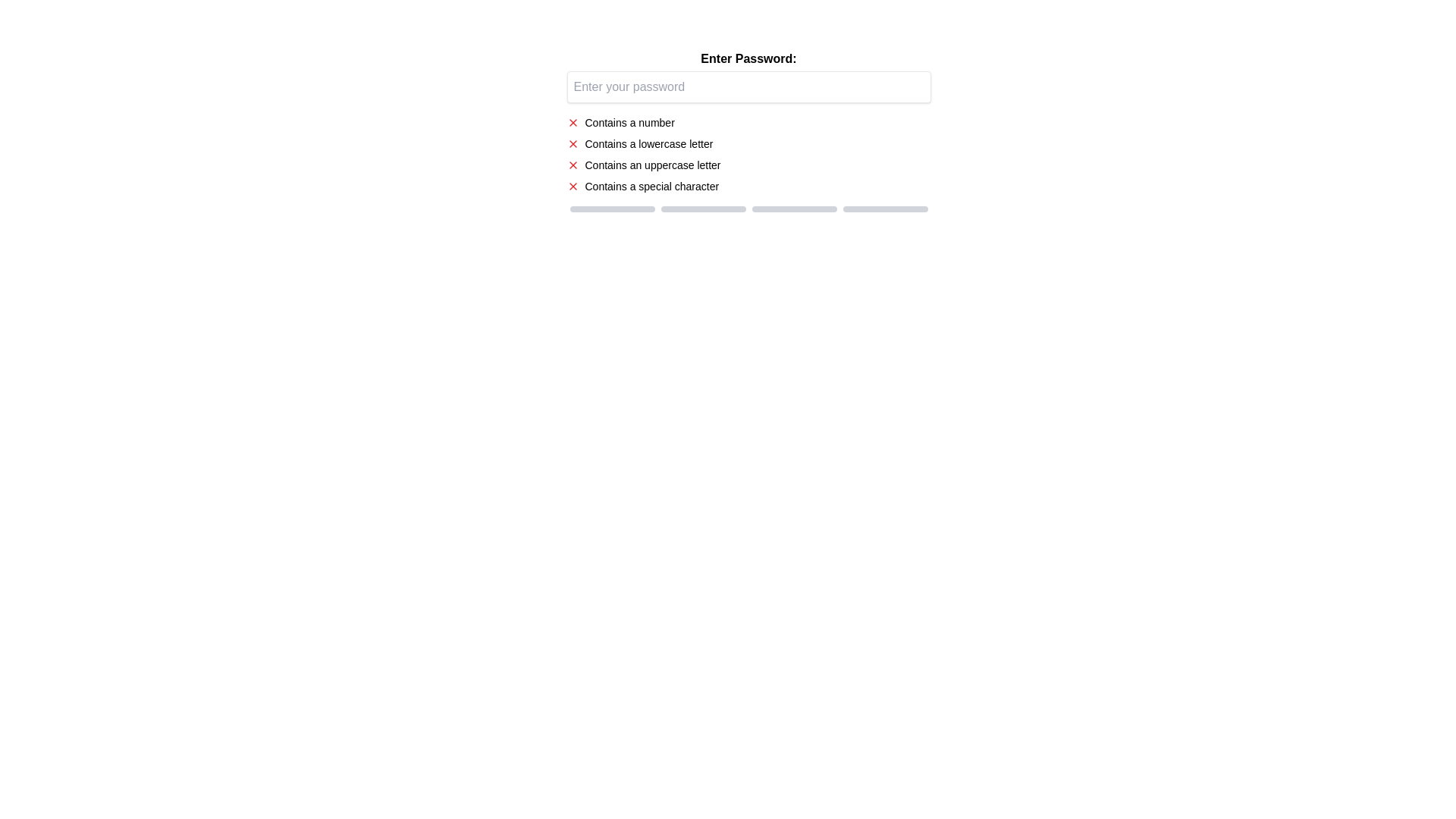 The image size is (1456, 819). Describe the element at coordinates (651, 186) in the screenshot. I see `the text label displaying 'Contains a special character', which is the fourth item in a vertical list of validation messages, positioned below the message 'Contains an uppercase letter'` at that location.